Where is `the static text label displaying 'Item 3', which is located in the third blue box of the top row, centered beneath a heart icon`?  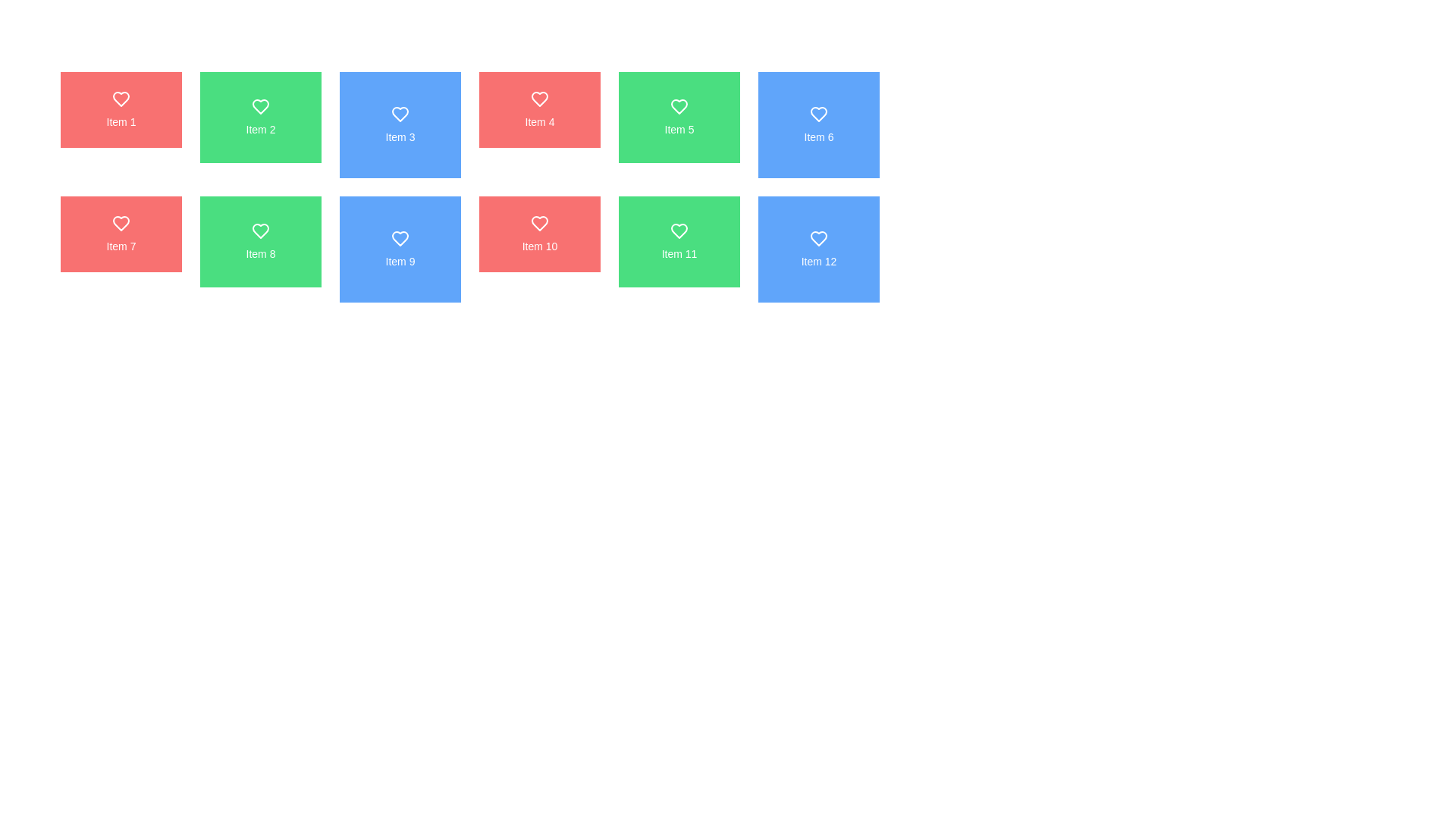 the static text label displaying 'Item 3', which is located in the third blue box of the top row, centered beneath a heart icon is located at coordinates (400, 137).